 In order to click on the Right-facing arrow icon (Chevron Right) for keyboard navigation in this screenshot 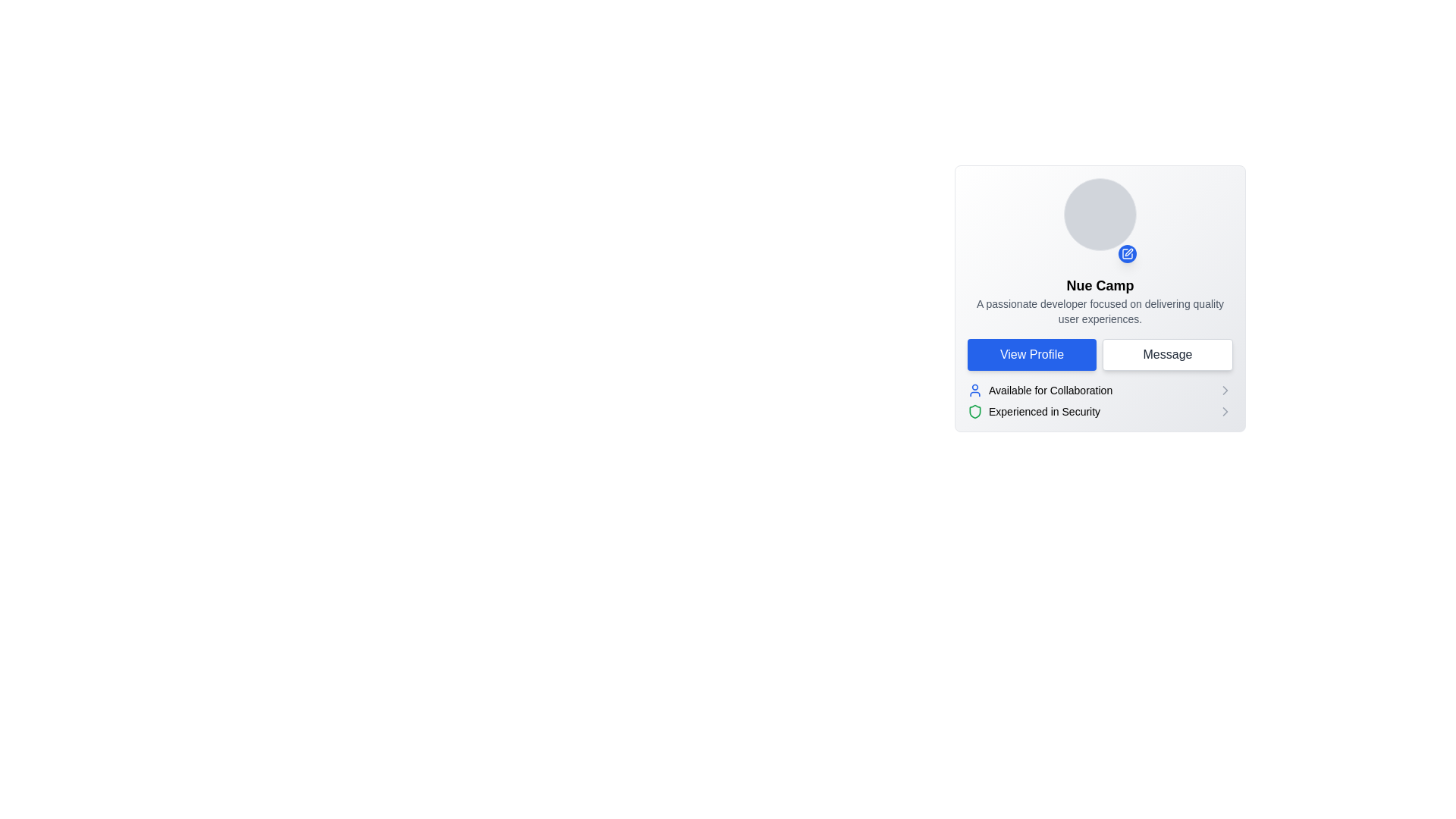, I will do `click(1225, 390)`.